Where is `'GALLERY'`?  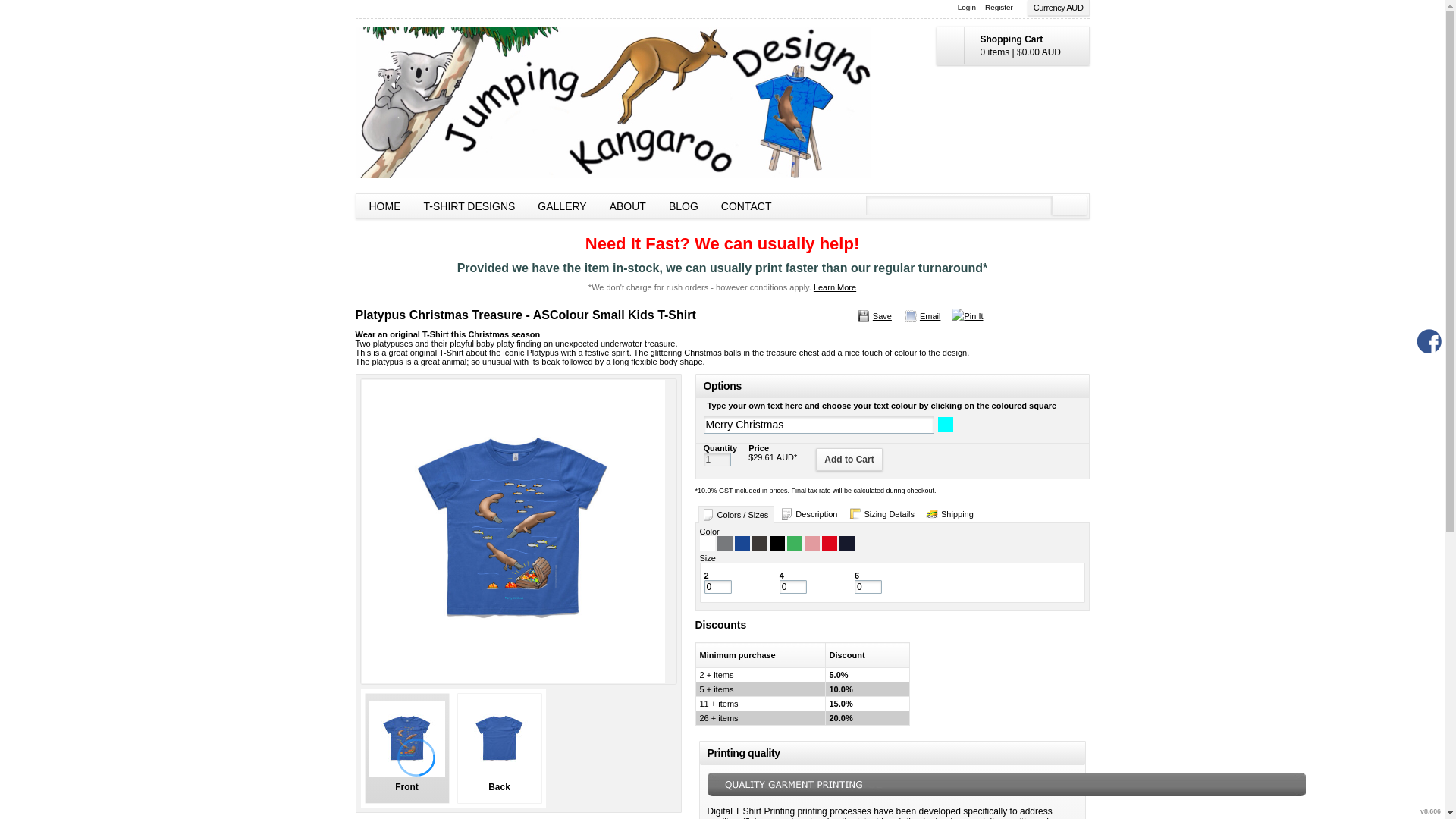
'GALLERY' is located at coordinates (560, 206).